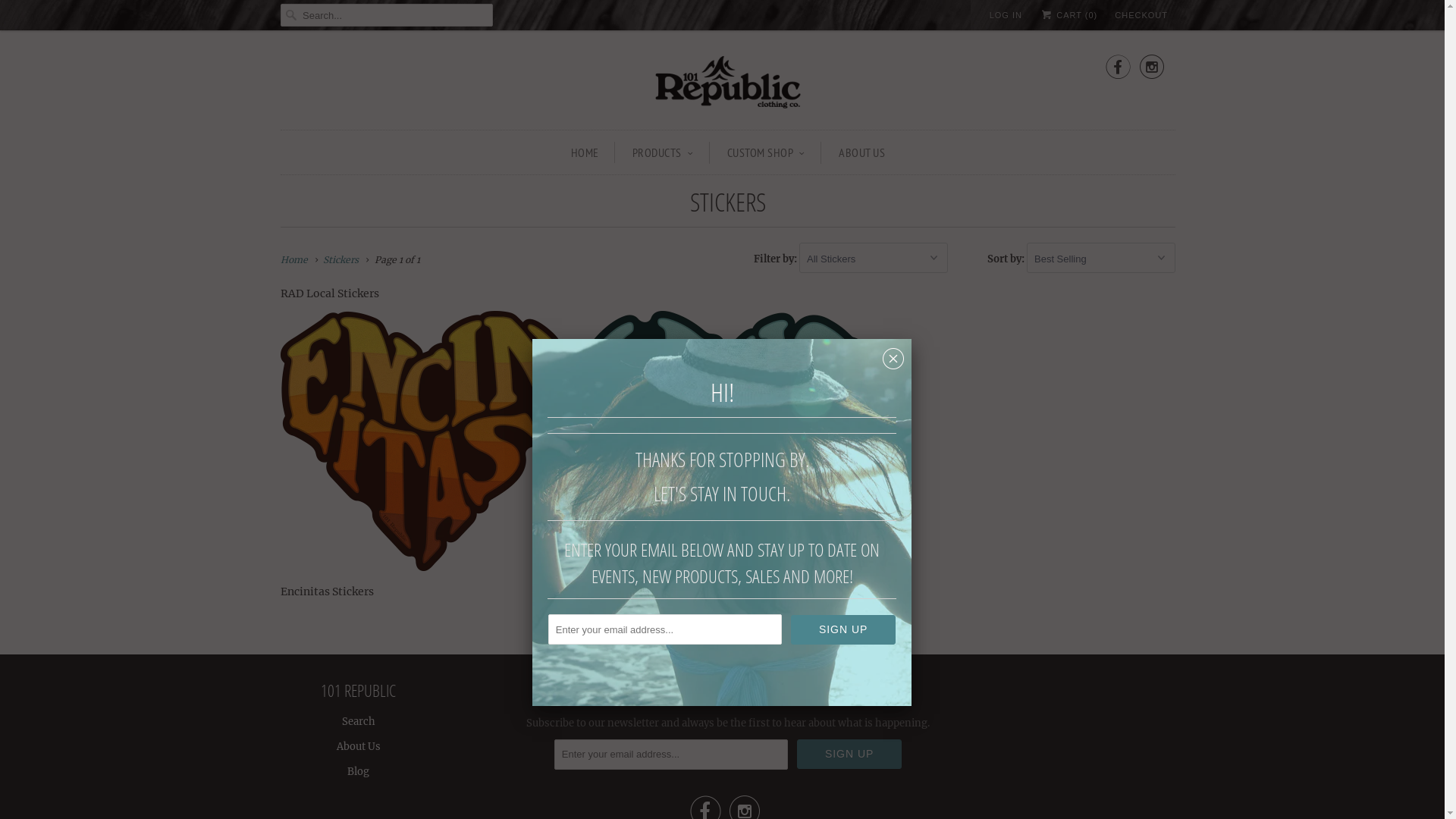 This screenshot has height=819, width=1456. What do you see at coordinates (861, 152) in the screenshot?
I see `'ABOUT US'` at bounding box center [861, 152].